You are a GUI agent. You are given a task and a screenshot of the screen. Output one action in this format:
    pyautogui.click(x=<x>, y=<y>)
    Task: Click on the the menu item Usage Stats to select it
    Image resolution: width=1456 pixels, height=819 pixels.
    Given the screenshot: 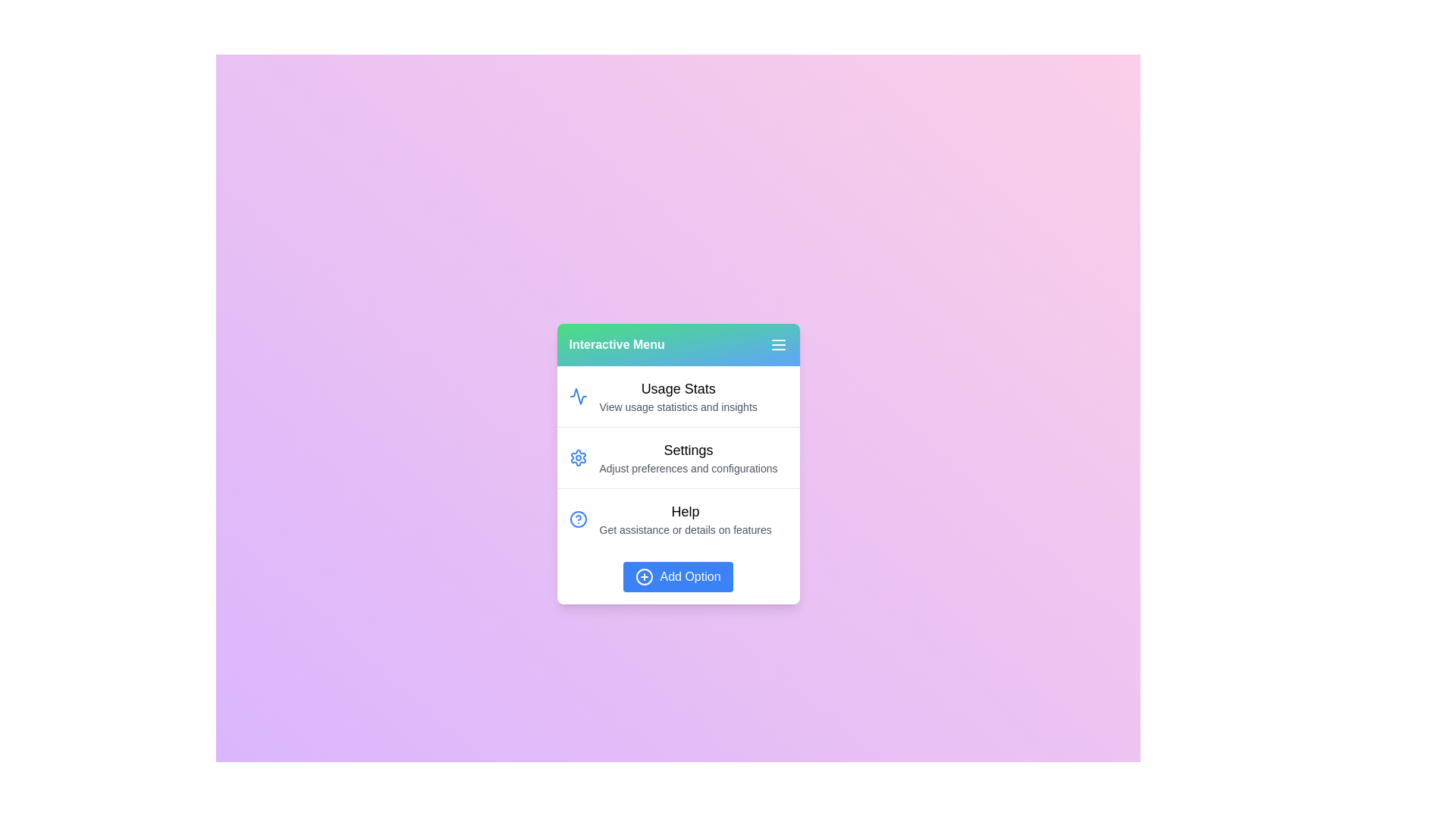 What is the action you would take?
    pyautogui.click(x=677, y=396)
    